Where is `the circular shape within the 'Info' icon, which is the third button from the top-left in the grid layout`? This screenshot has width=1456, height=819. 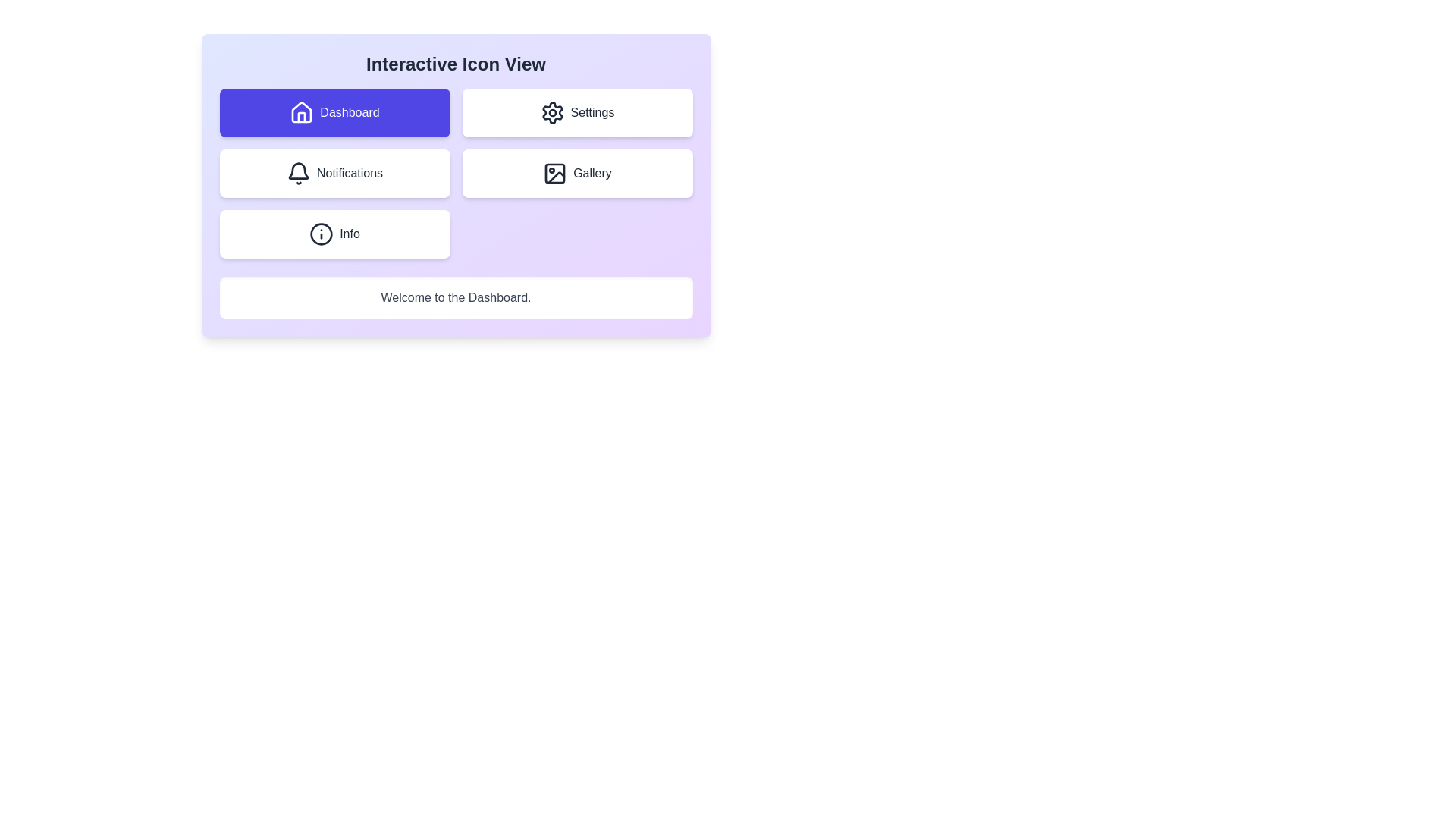 the circular shape within the 'Info' icon, which is the third button from the top-left in the grid layout is located at coordinates (321, 234).